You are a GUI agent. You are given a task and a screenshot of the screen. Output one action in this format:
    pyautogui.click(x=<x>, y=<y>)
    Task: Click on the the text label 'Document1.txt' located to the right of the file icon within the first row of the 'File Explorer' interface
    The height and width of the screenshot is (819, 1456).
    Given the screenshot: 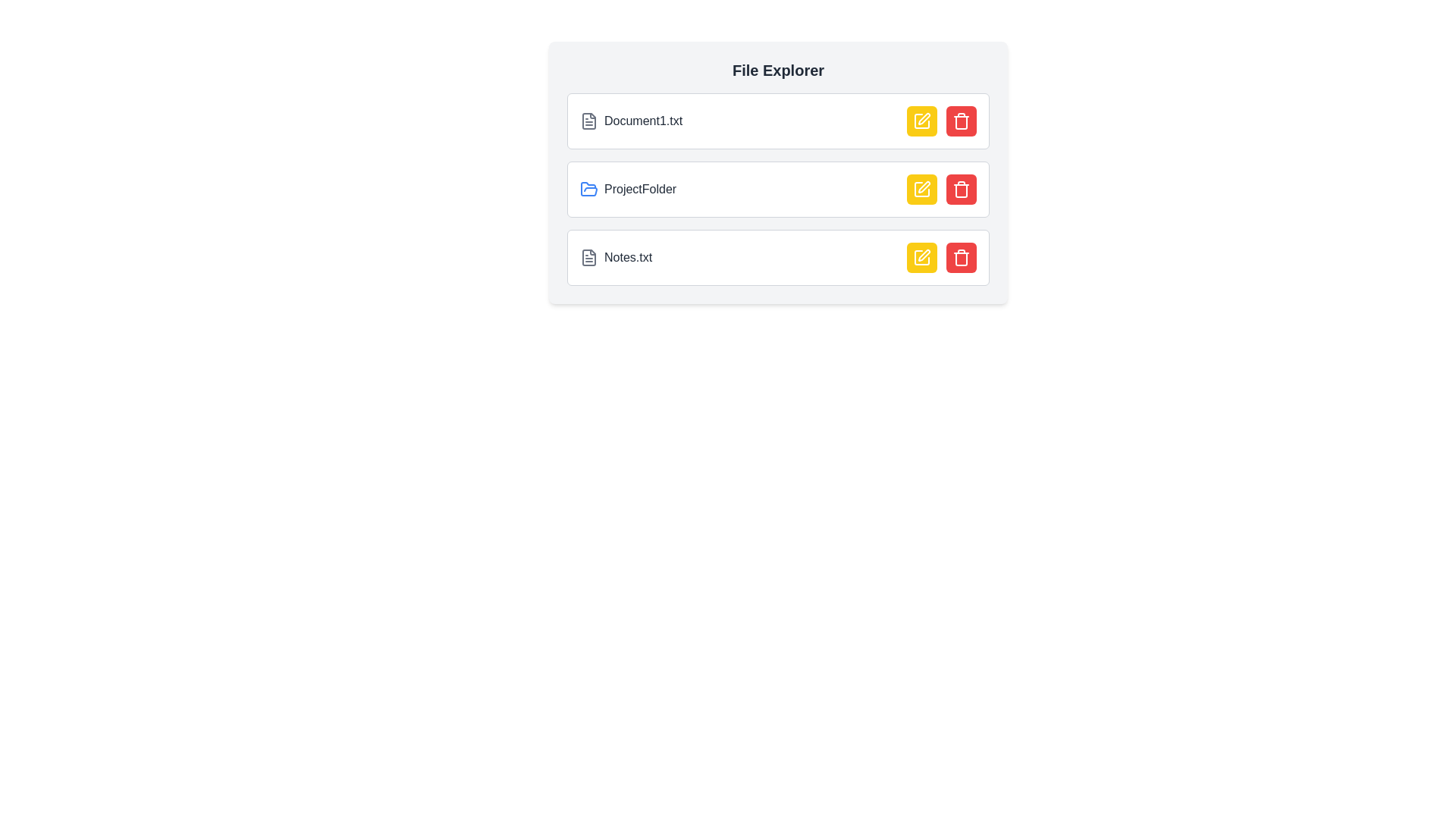 What is the action you would take?
    pyautogui.click(x=643, y=120)
    